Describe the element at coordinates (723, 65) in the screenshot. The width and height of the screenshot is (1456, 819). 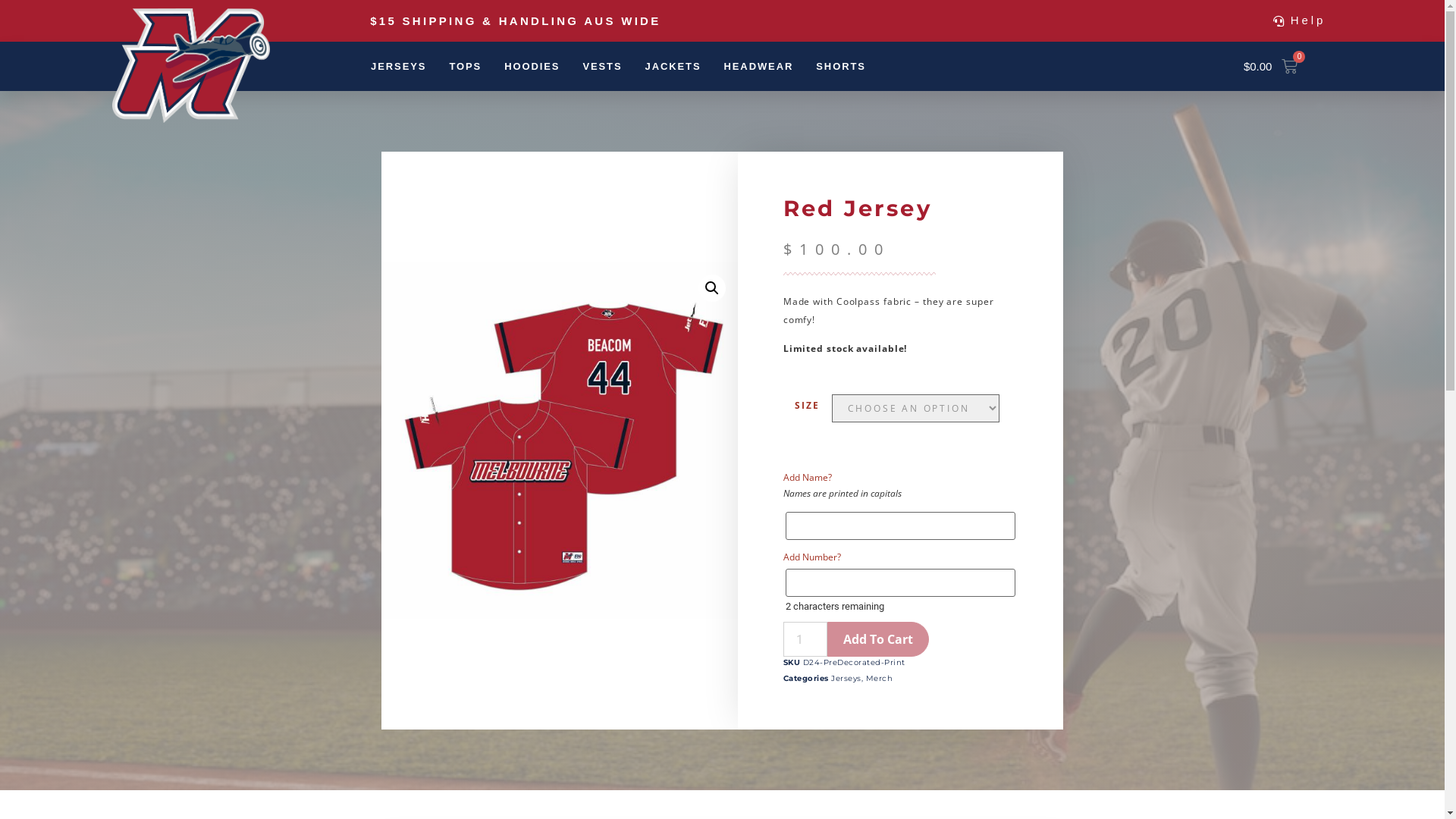
I see `'HEADWEAR'` at that location.